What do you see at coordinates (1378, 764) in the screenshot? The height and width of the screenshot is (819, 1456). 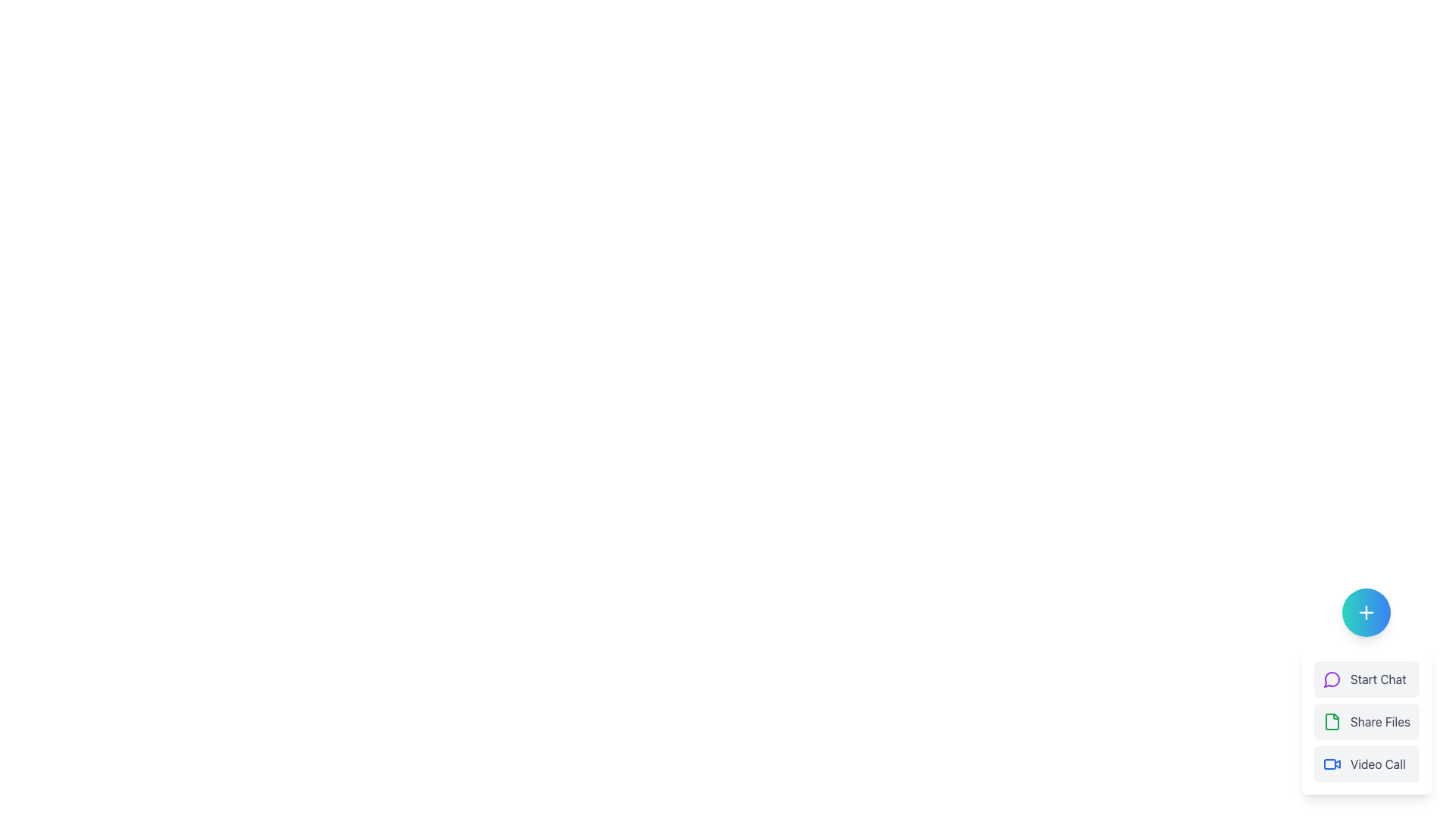 I see `the 'Video Call' text label` at bounding box center [1378, 764].